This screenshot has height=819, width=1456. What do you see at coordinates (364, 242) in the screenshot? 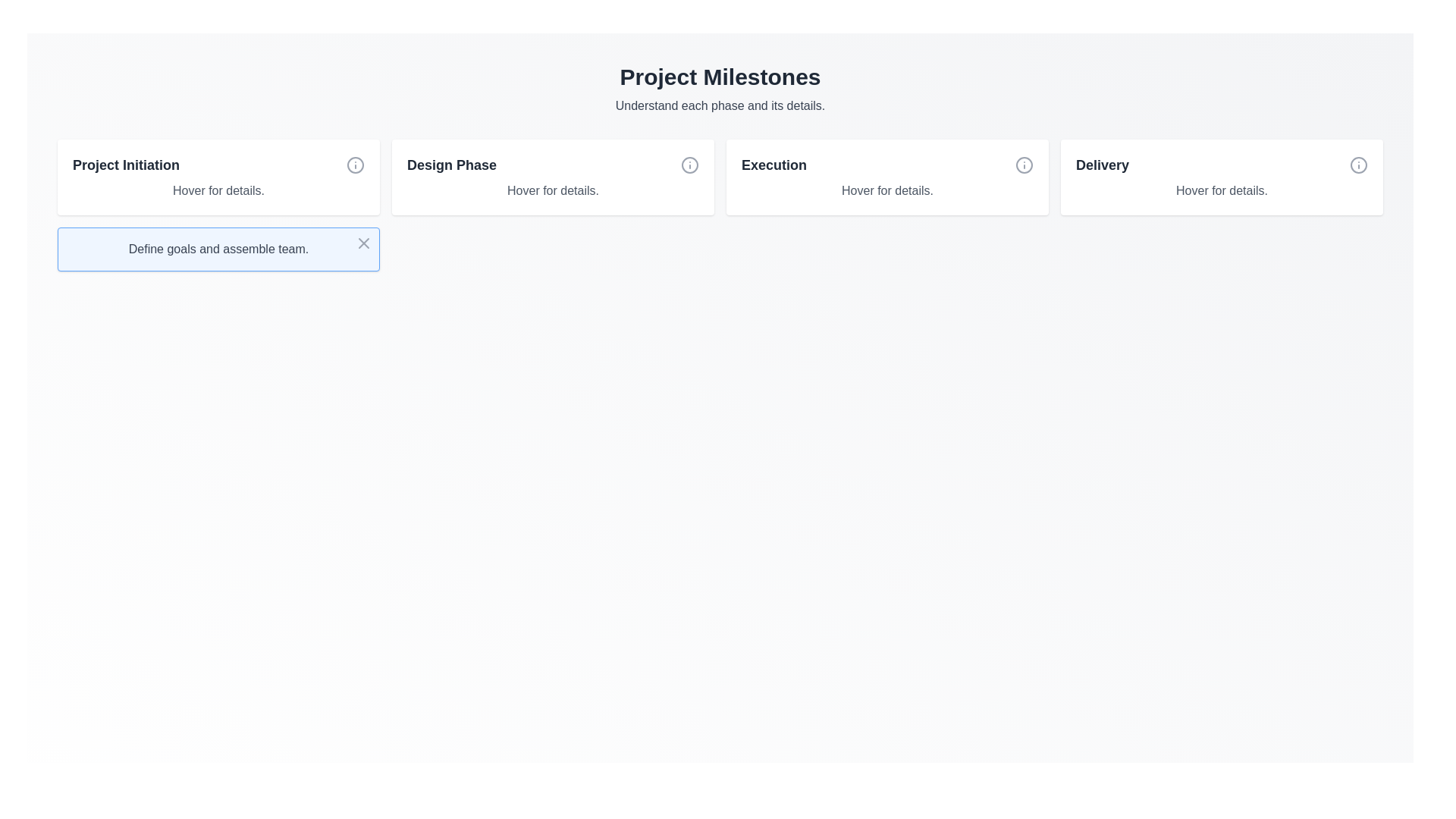
I see `the cancel or close icon button located in the bottom right corner of the 'Define goals and assemble team' section` at bounding box center [364, 242].